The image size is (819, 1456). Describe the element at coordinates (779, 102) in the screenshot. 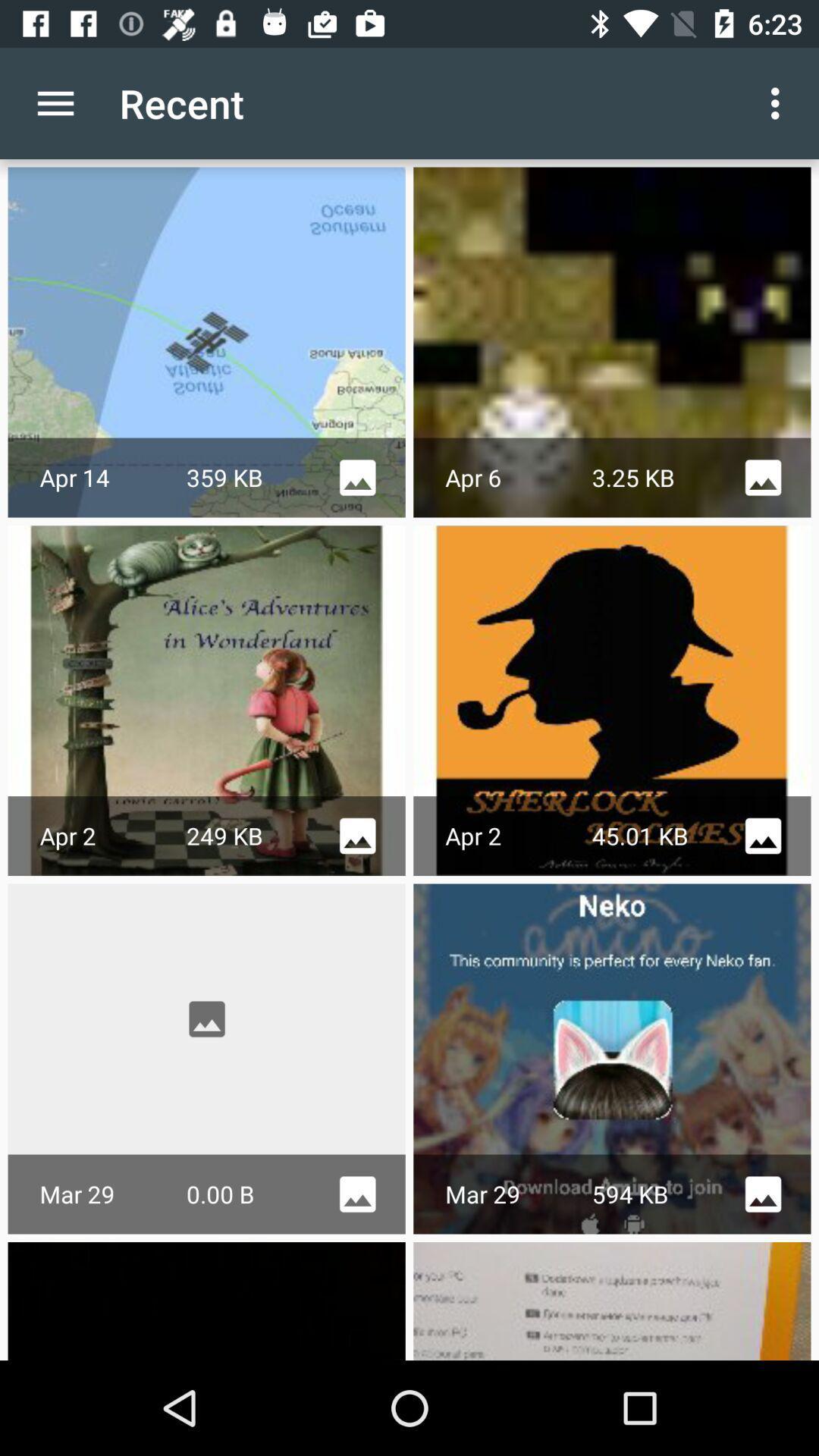

I see `the icon next to the recent icon` at that location.